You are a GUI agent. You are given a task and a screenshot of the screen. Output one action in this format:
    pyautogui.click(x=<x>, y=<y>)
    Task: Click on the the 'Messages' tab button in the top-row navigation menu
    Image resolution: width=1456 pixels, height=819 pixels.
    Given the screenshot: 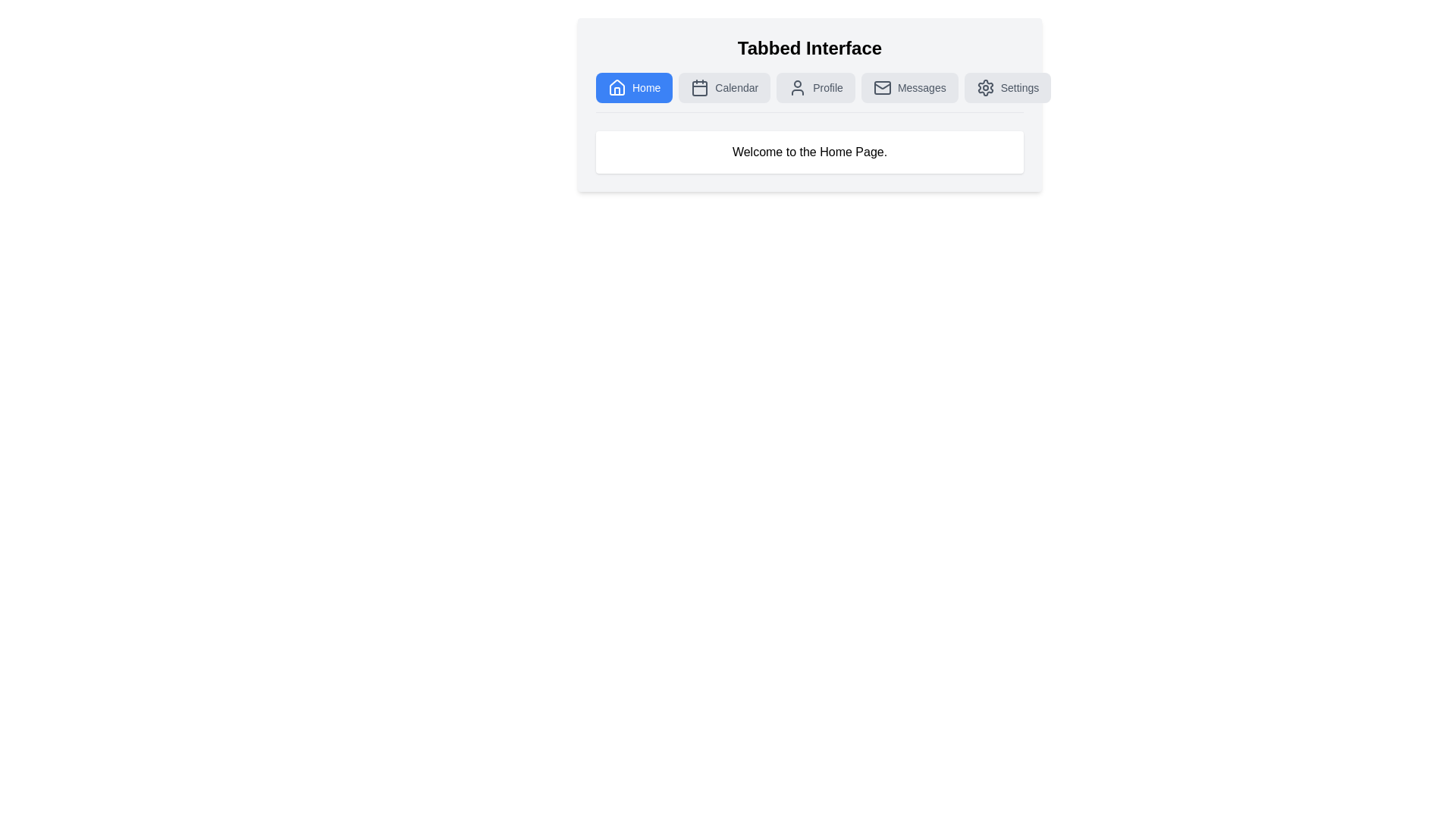 What is the action you would take?
    pyautogui.click(x=909, y=87)
    